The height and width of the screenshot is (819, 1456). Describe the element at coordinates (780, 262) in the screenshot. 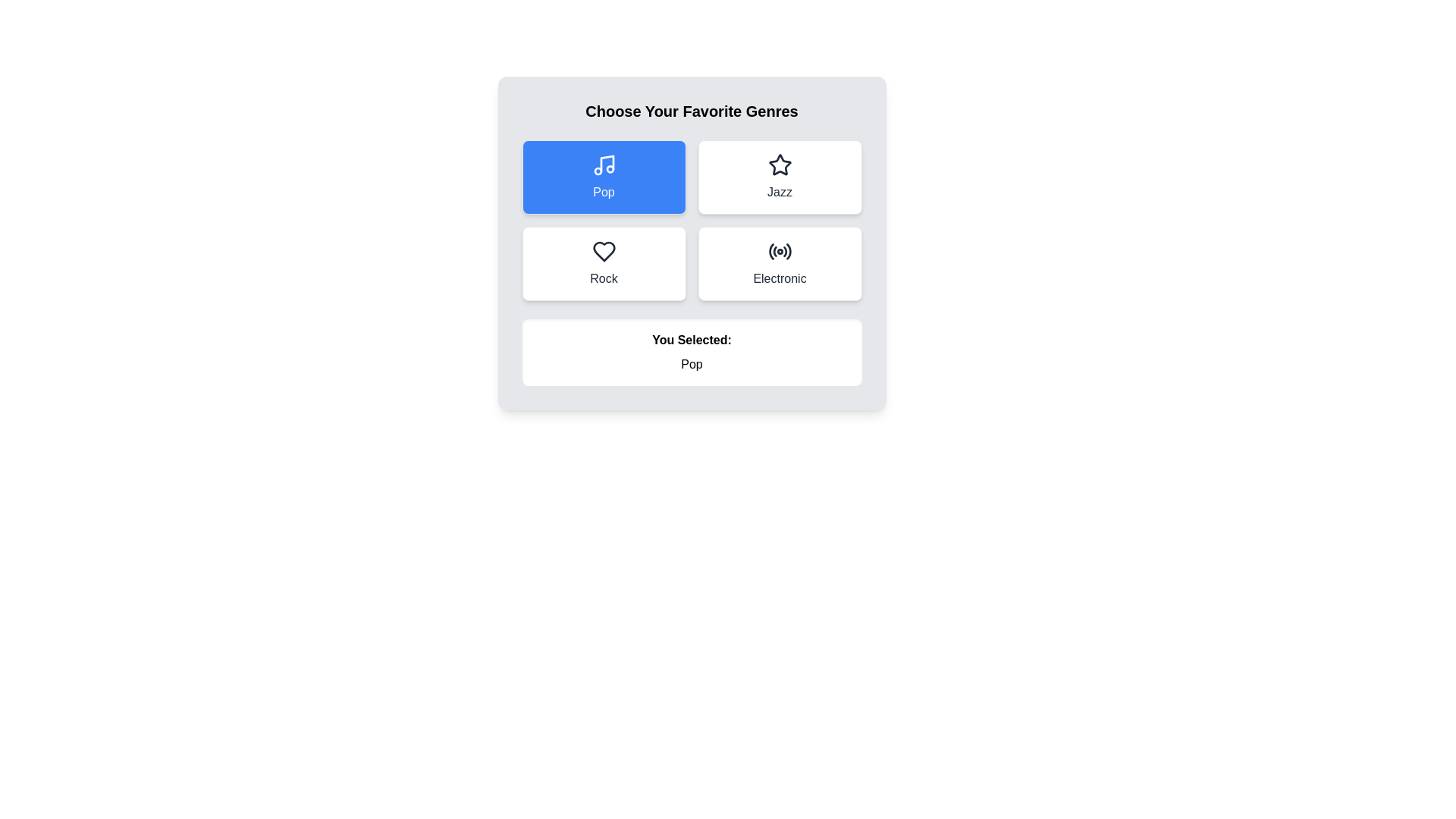

I see `the genre Electronic by clicking its button` at that location.